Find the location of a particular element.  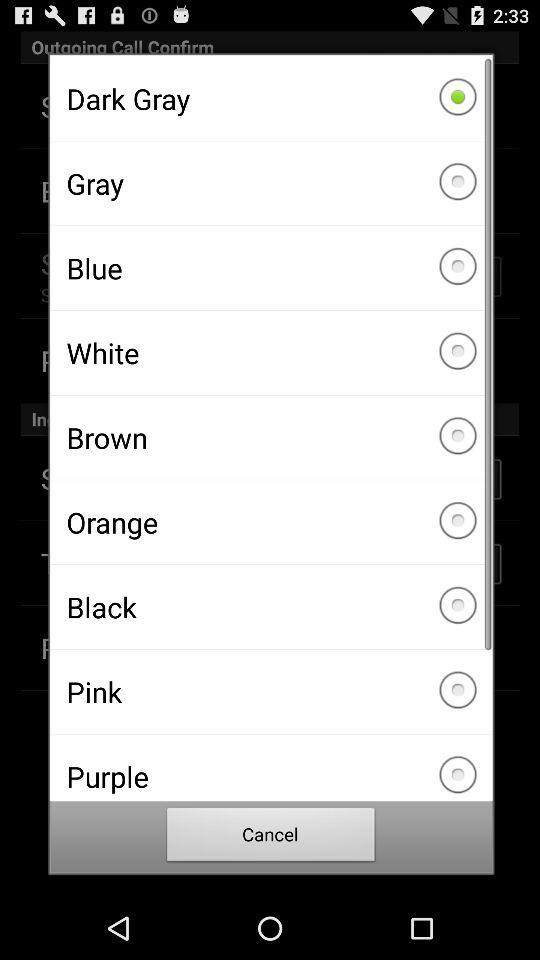

the icon below the purple icon is located at coordinates (270, 837).